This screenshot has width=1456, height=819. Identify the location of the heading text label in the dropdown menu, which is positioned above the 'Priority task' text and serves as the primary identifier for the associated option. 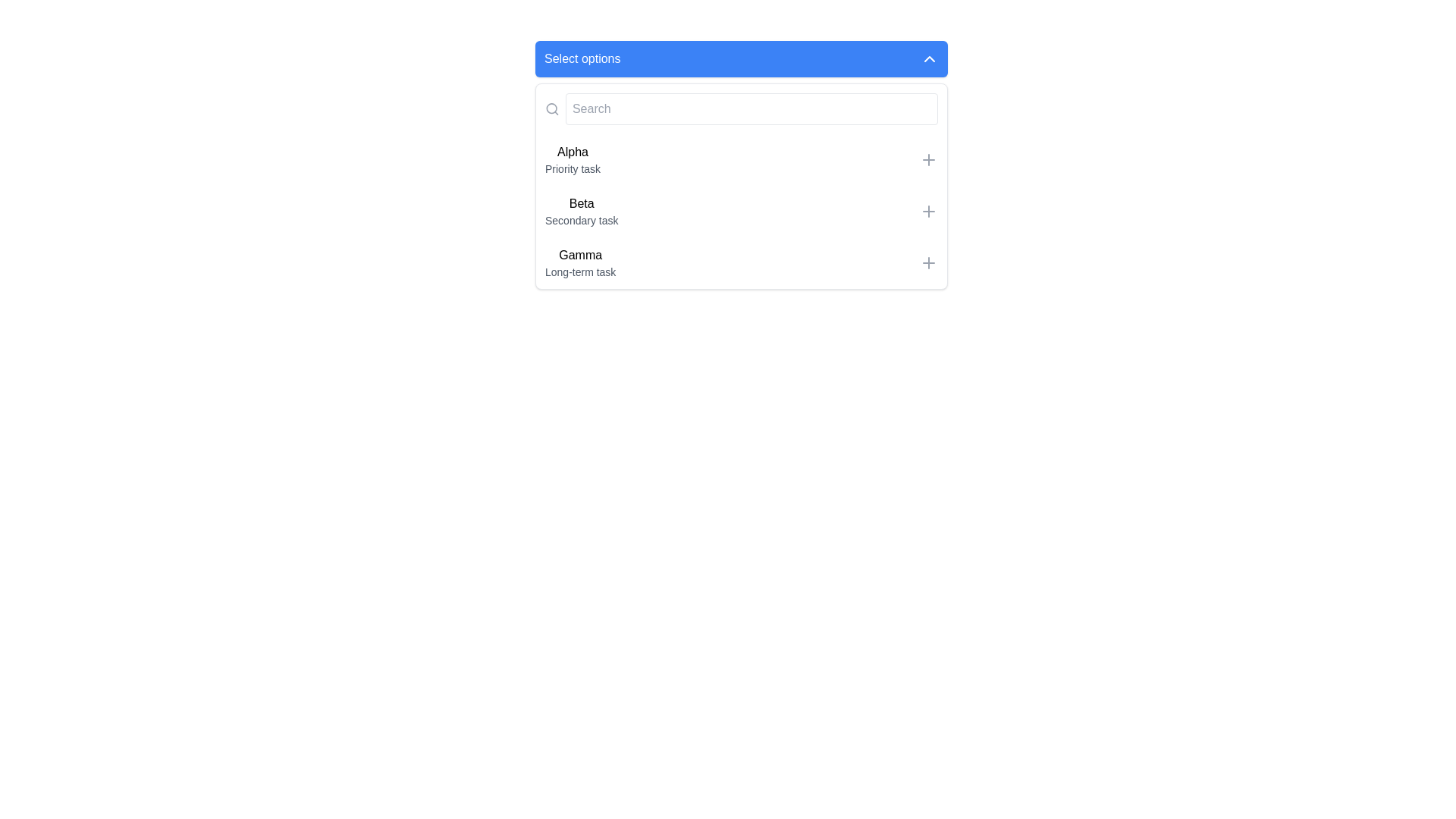
(572, 152).